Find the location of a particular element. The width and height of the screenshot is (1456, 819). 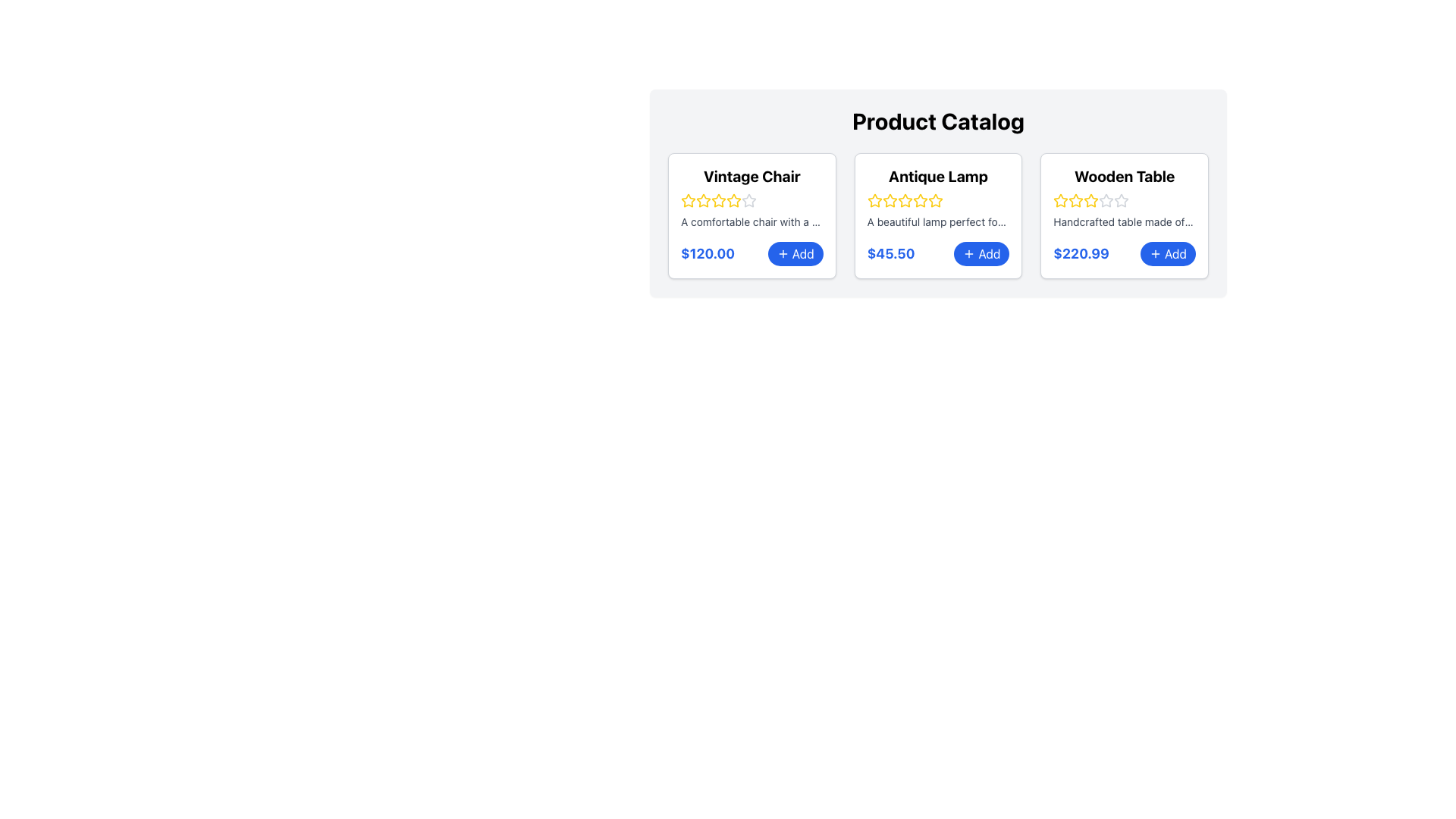

the text display showing '$45.50', which is styled in bold, large blue font and positioned between the 'Antique Lamp' title and the 'Add' button in the second product card is located at coordinates (891, 253).